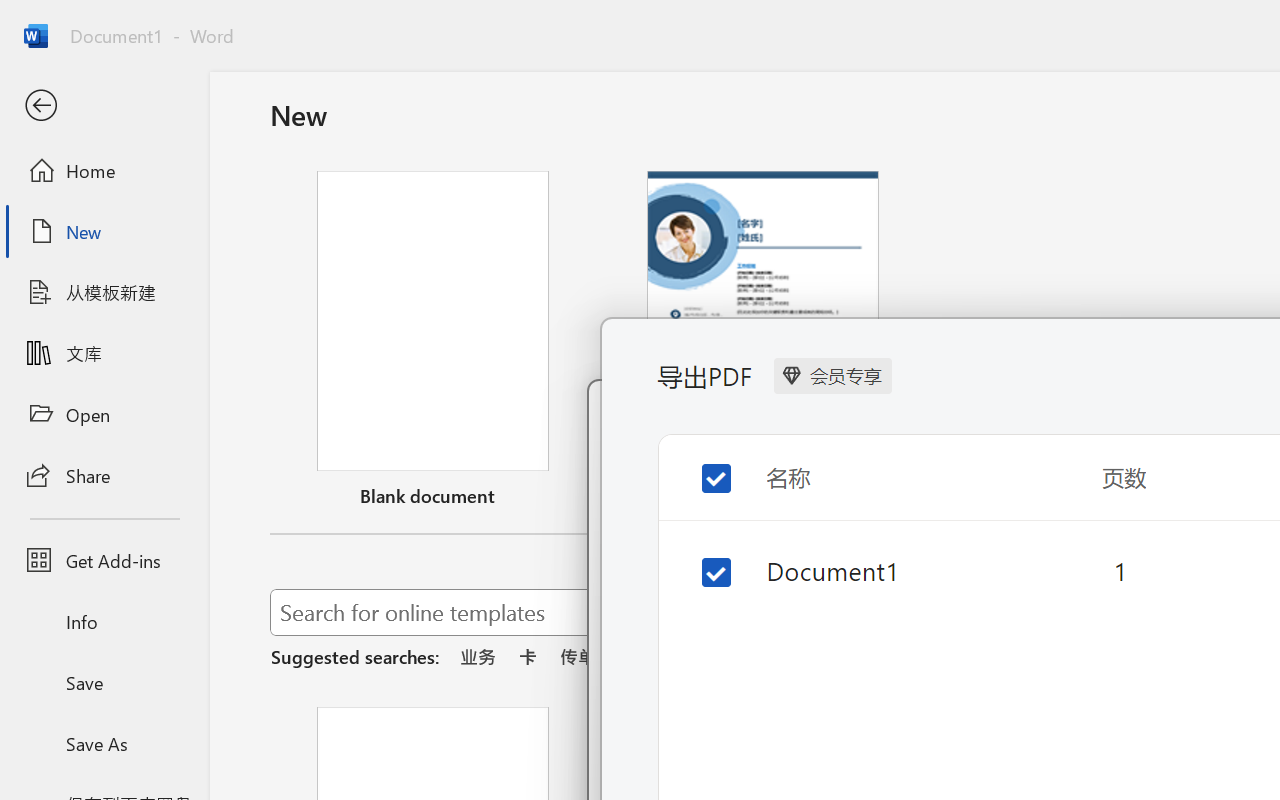 This screenshot has width=1280, height=800. Describe the element at coordinates (103, 105) in the screenshot. I see `'Back'` at that location.